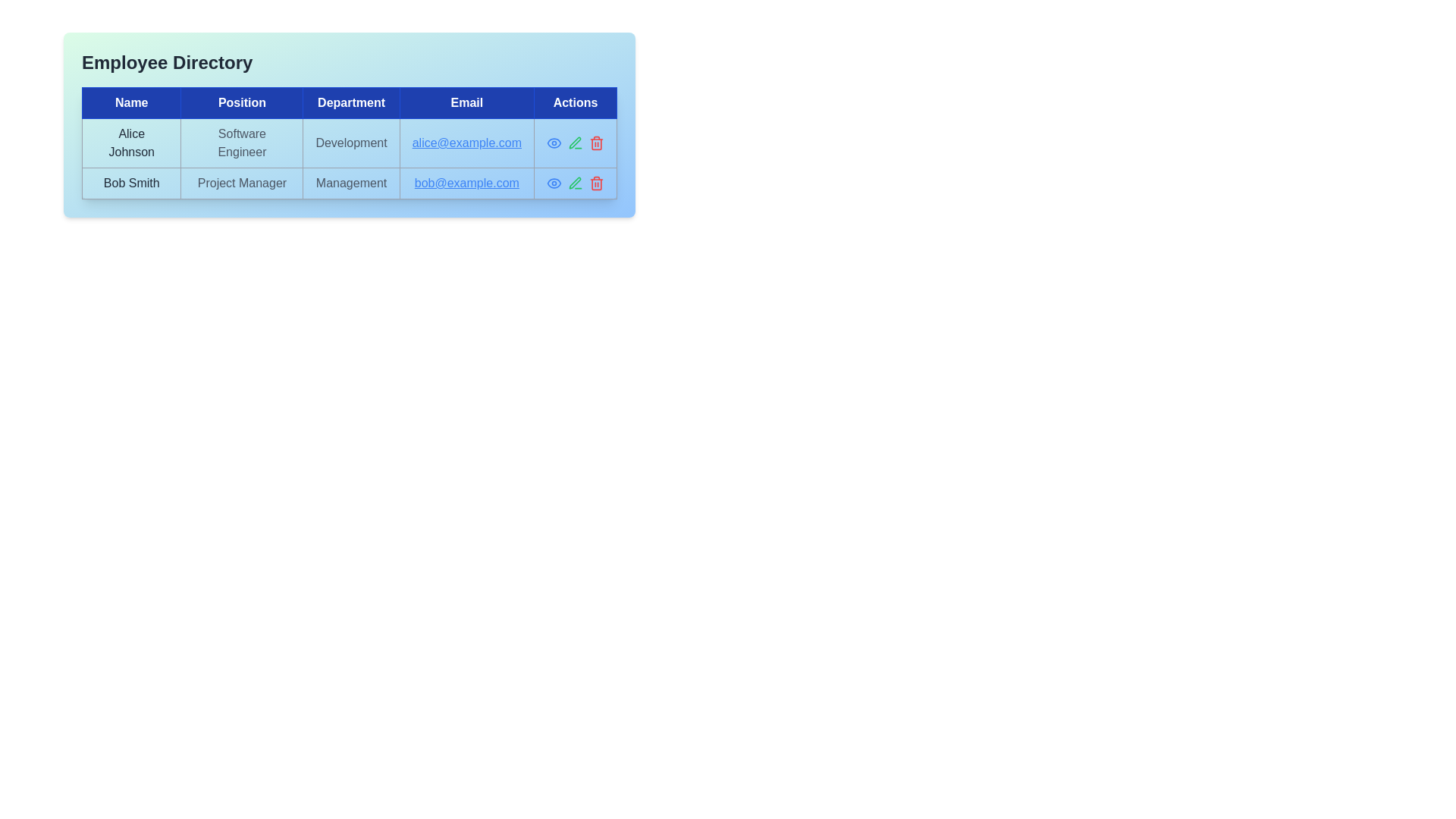 Image resolution: width=1456 pixels, height=819 pixels. What do you see at coordinates (574, 183) in the screenshot?
I see `the green pen icon for editing located under the 'Actions' column in the second row of the Employee Directory table` at bounding box center [574, 183].